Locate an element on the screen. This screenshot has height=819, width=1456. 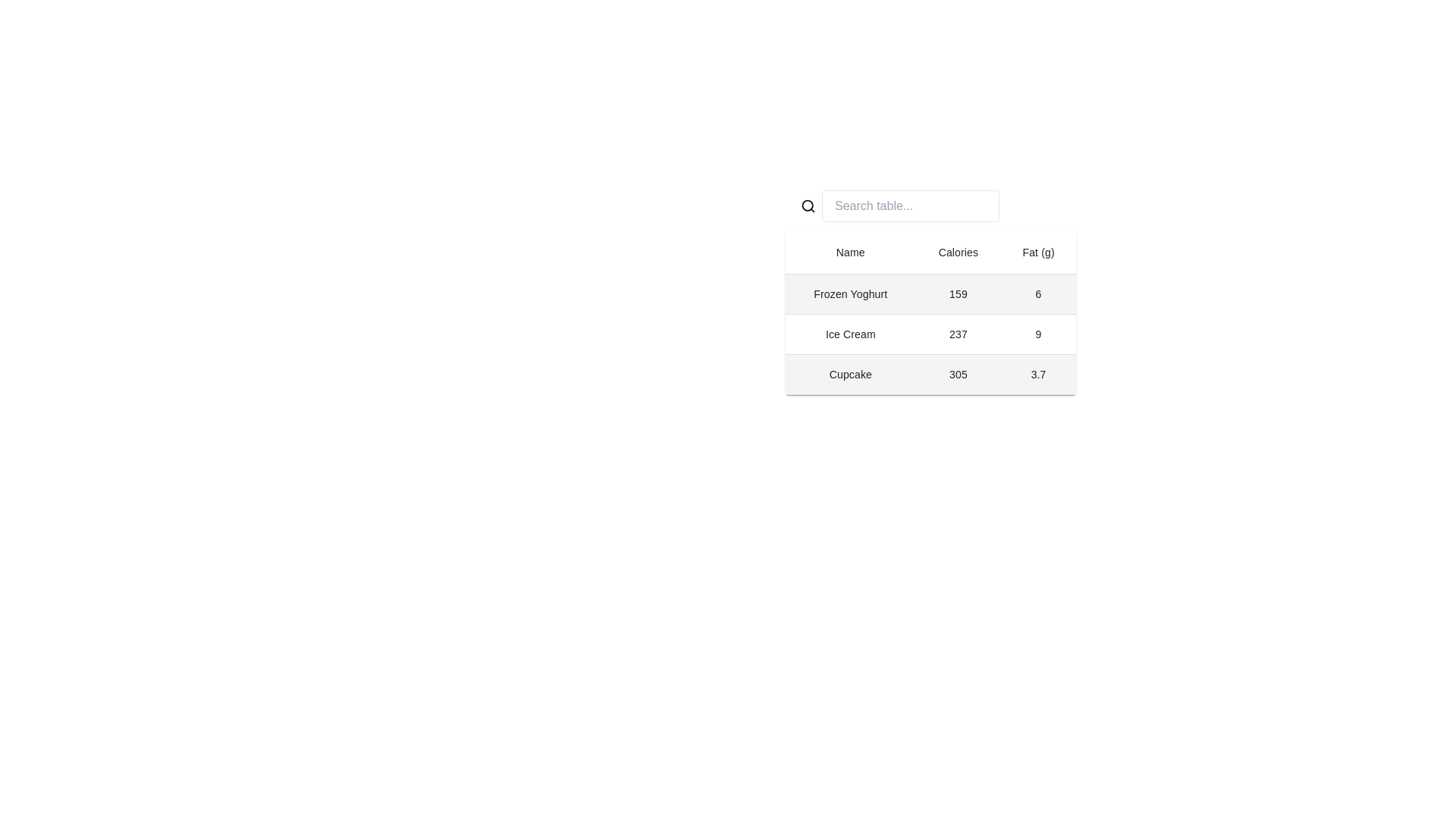
text of the table header cell containing 'Fat (g)', located in the last column of the header row is located at coordinates (1037, 252).